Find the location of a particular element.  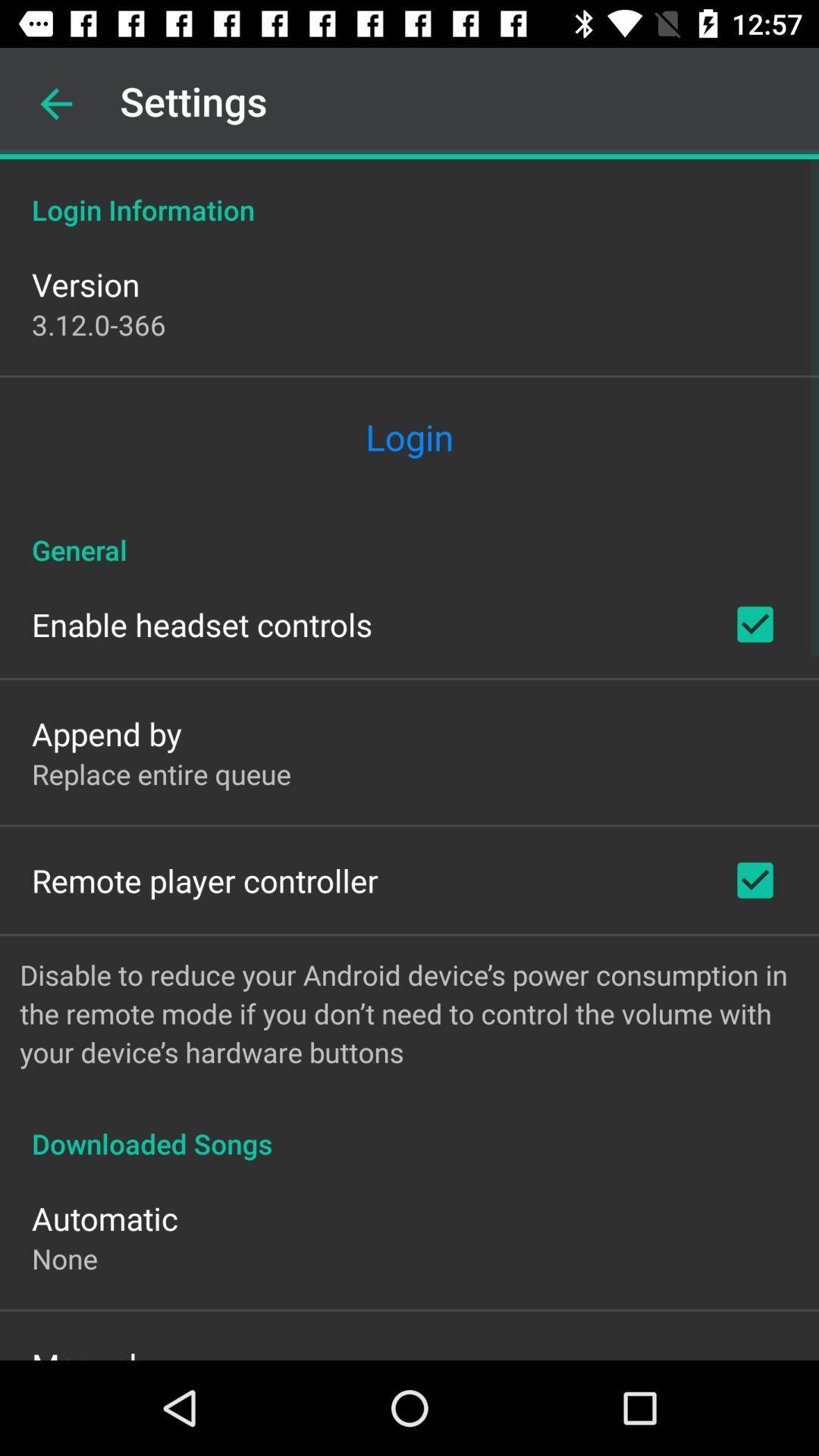

the icon to the left of settings is located at coordinates (55, 103).